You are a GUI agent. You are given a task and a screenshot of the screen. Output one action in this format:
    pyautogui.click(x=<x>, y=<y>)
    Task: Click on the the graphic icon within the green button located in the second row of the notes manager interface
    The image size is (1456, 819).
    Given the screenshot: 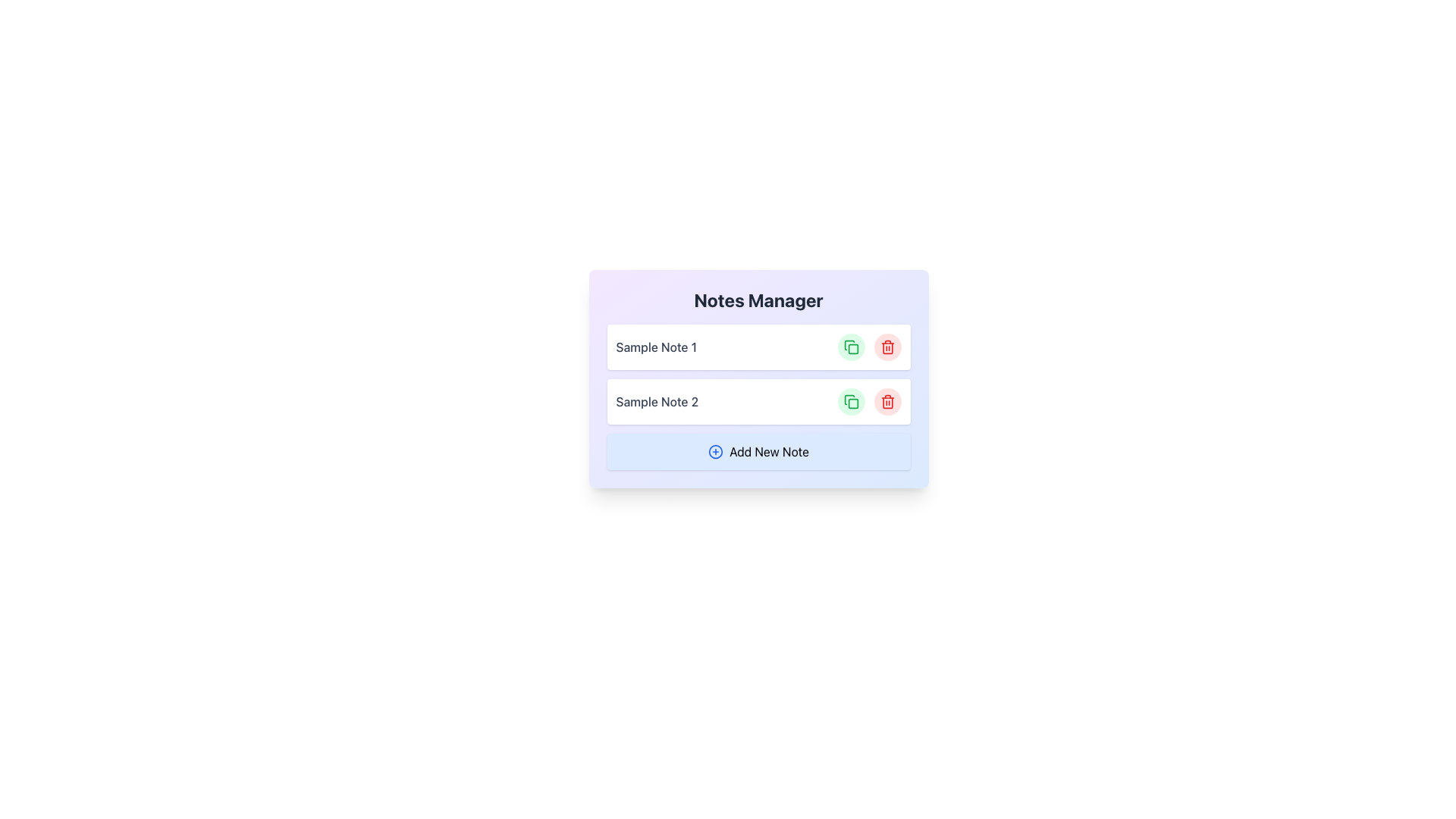 What is the action you would take?
    pyautogui.click(x=852, y=403)
    